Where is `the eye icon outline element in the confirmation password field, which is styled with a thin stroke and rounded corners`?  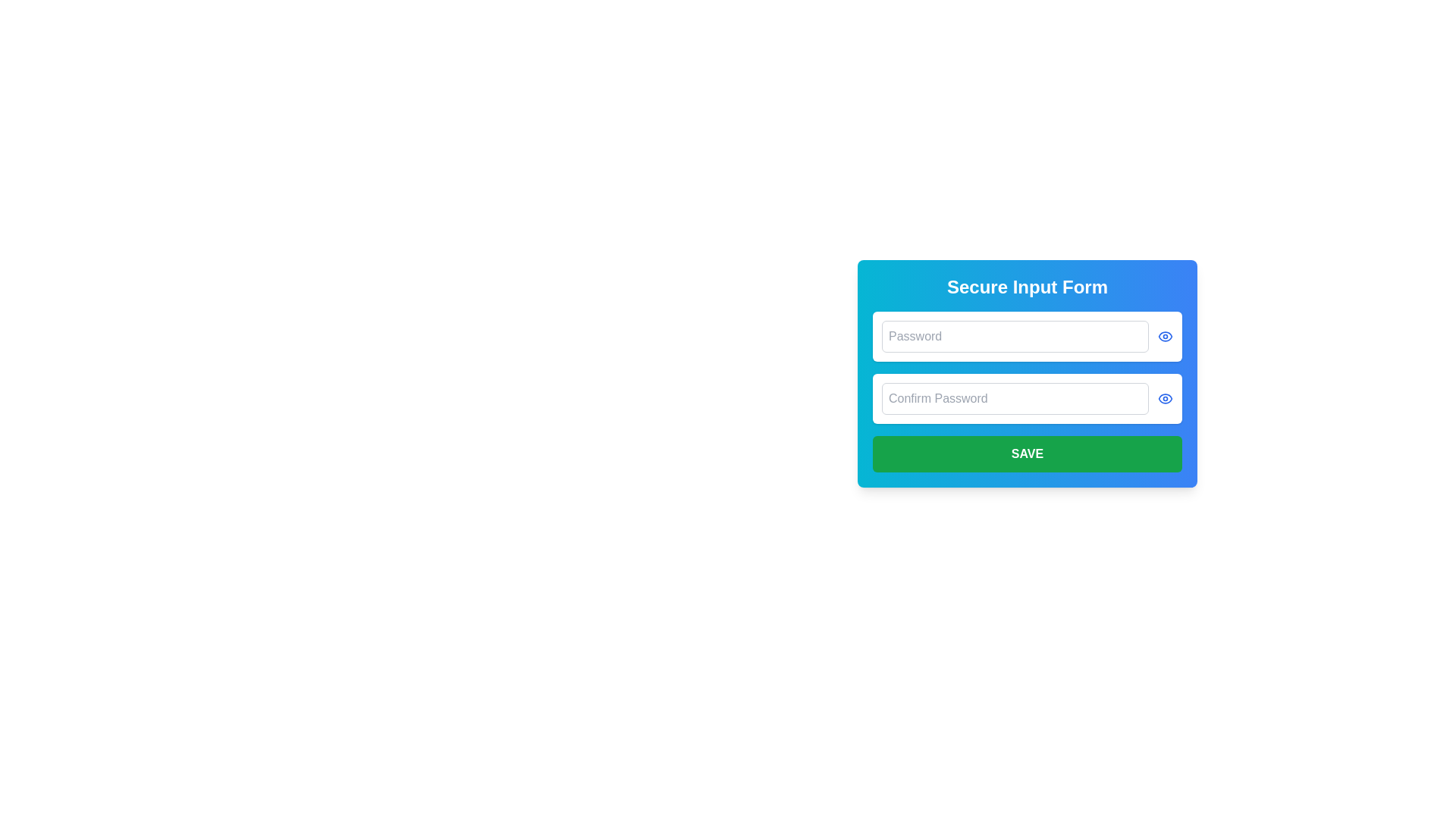 the eye icon outline element in the confirmation password field, which is styled with a thin stroke and rounded corners is located at coordinates (1164, 335).